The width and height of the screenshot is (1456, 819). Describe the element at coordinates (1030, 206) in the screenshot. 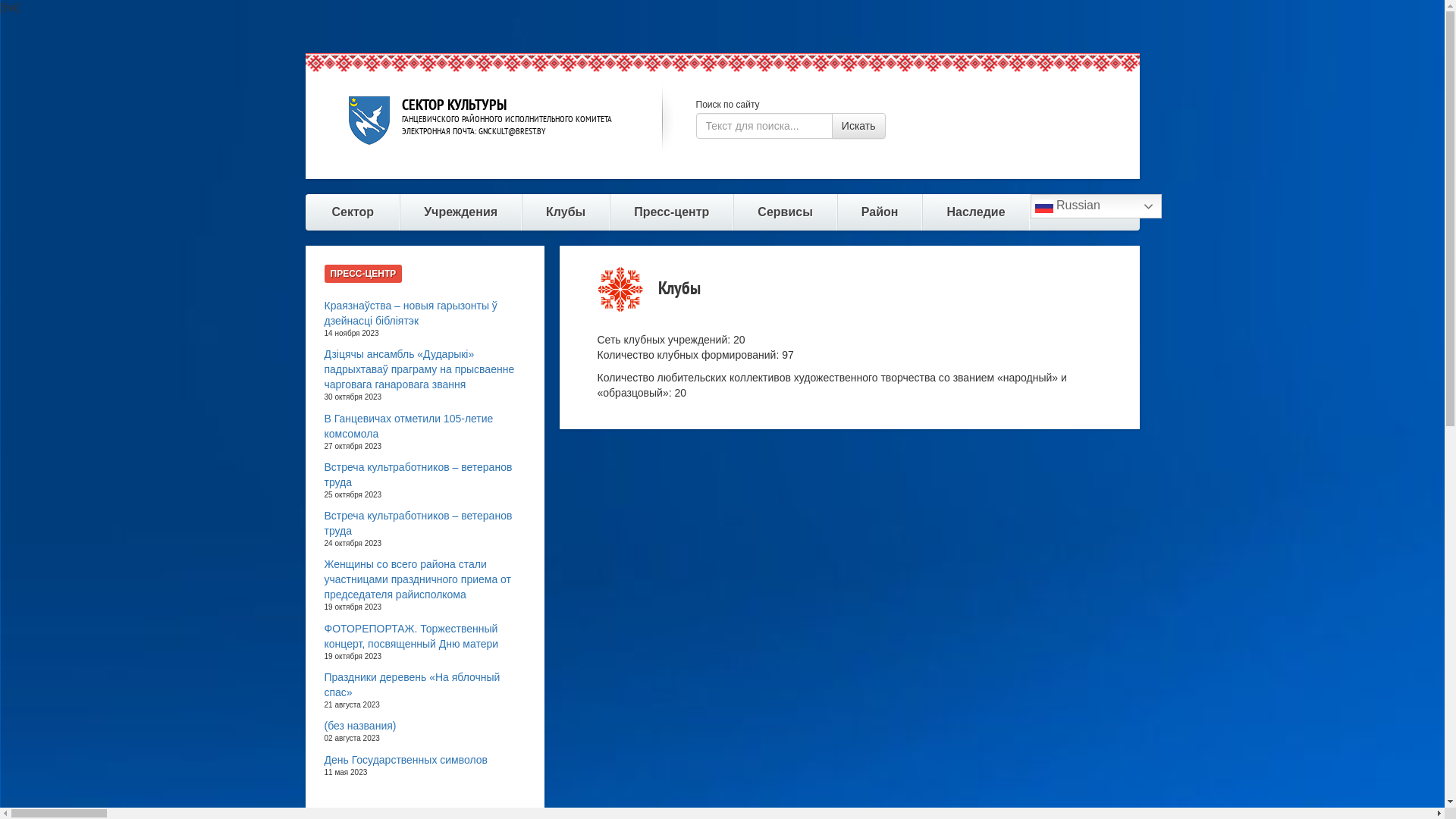

I see `'Russian'` at that location.